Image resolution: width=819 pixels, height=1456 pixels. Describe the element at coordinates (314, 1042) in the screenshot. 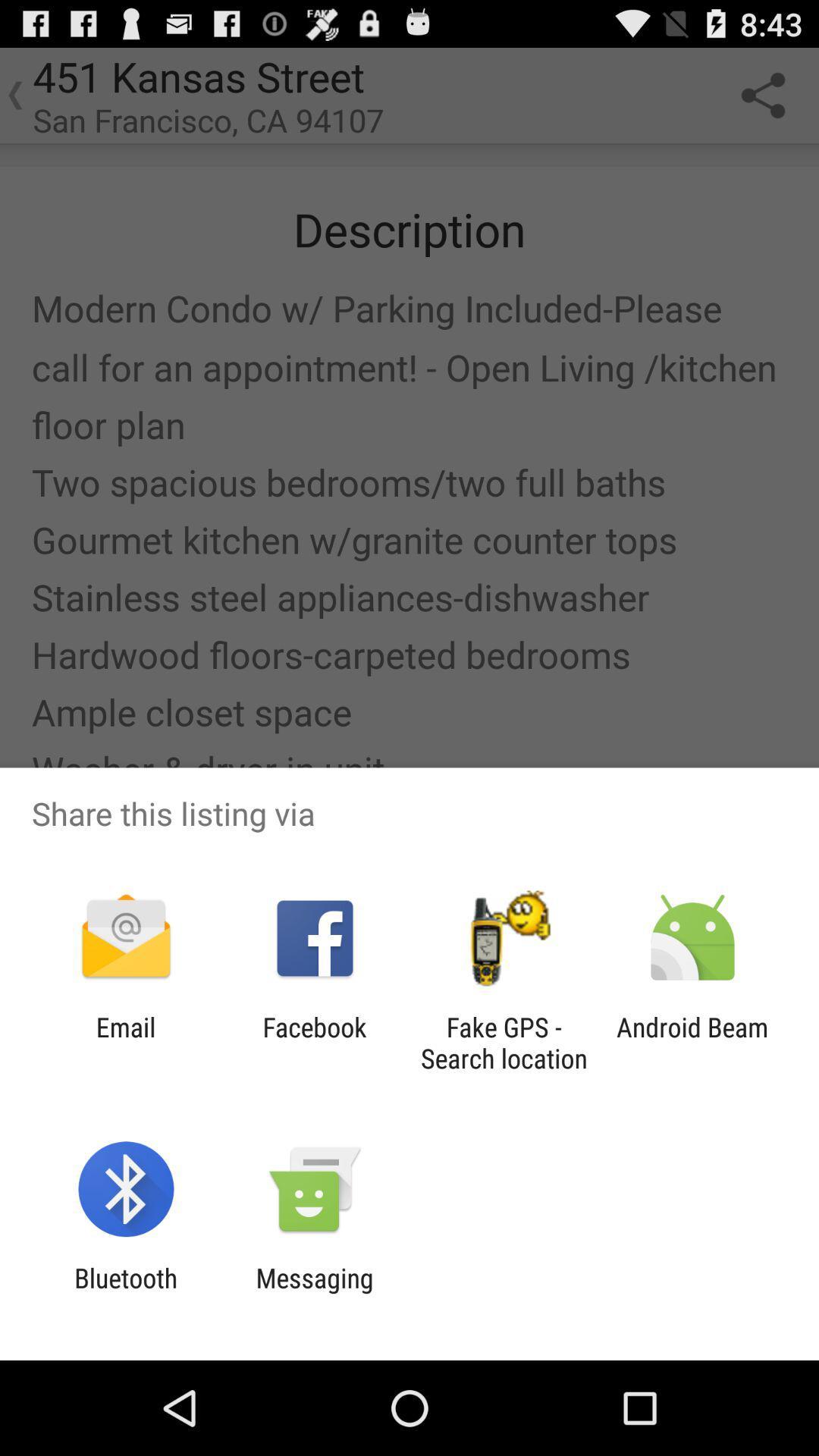

I see `the facebook icon` at that location.